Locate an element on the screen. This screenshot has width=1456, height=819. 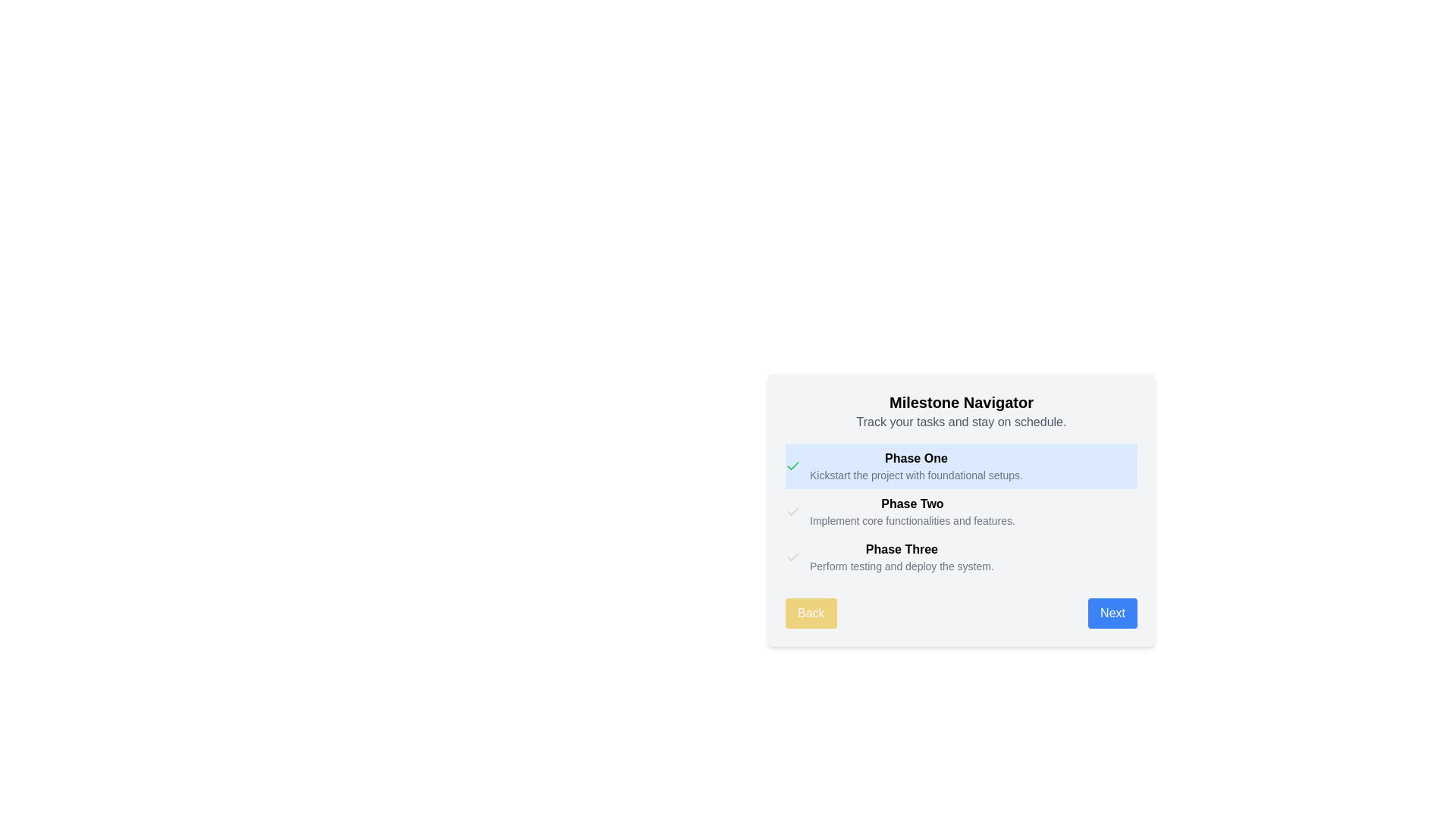
the informational text element located beneath the bold 'Phase Two' heading in the milestone list is located at coordinates (912, 519).